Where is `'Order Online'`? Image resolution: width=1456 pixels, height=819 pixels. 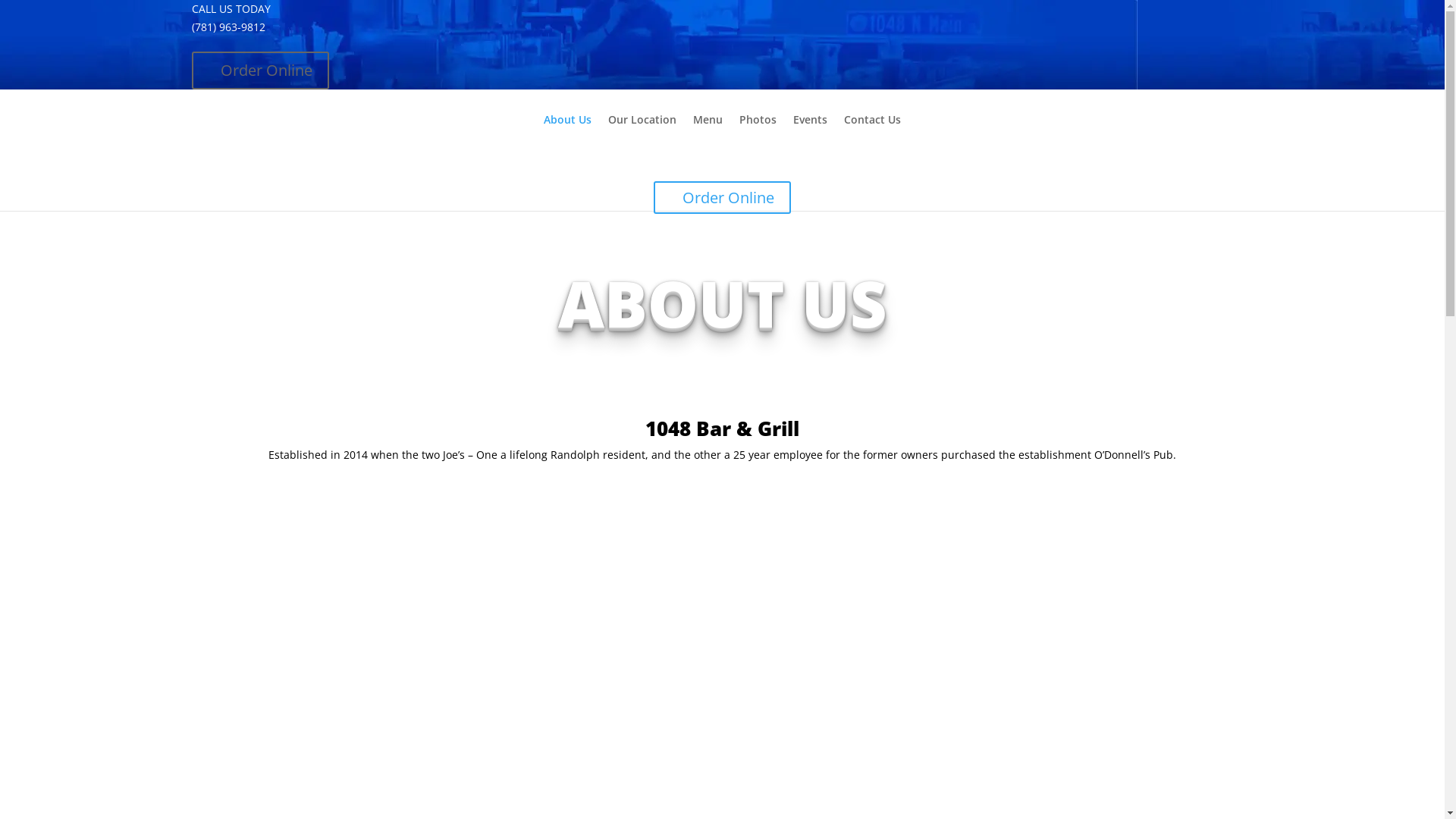
'Order Online' is located at coordinates (721, 196).